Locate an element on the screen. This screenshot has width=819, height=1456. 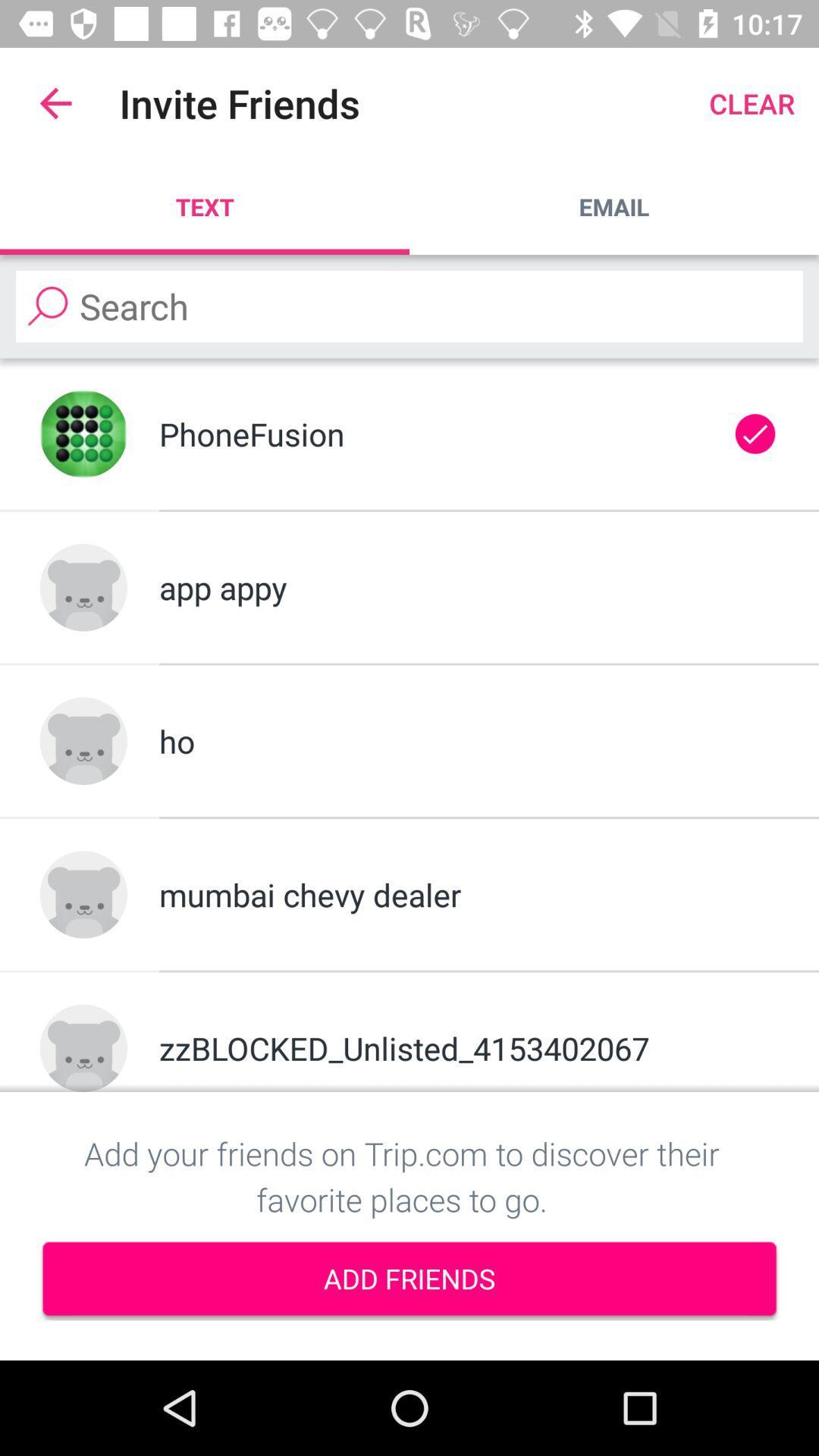
the icon below ho icon is located at coordinates (468, 894).